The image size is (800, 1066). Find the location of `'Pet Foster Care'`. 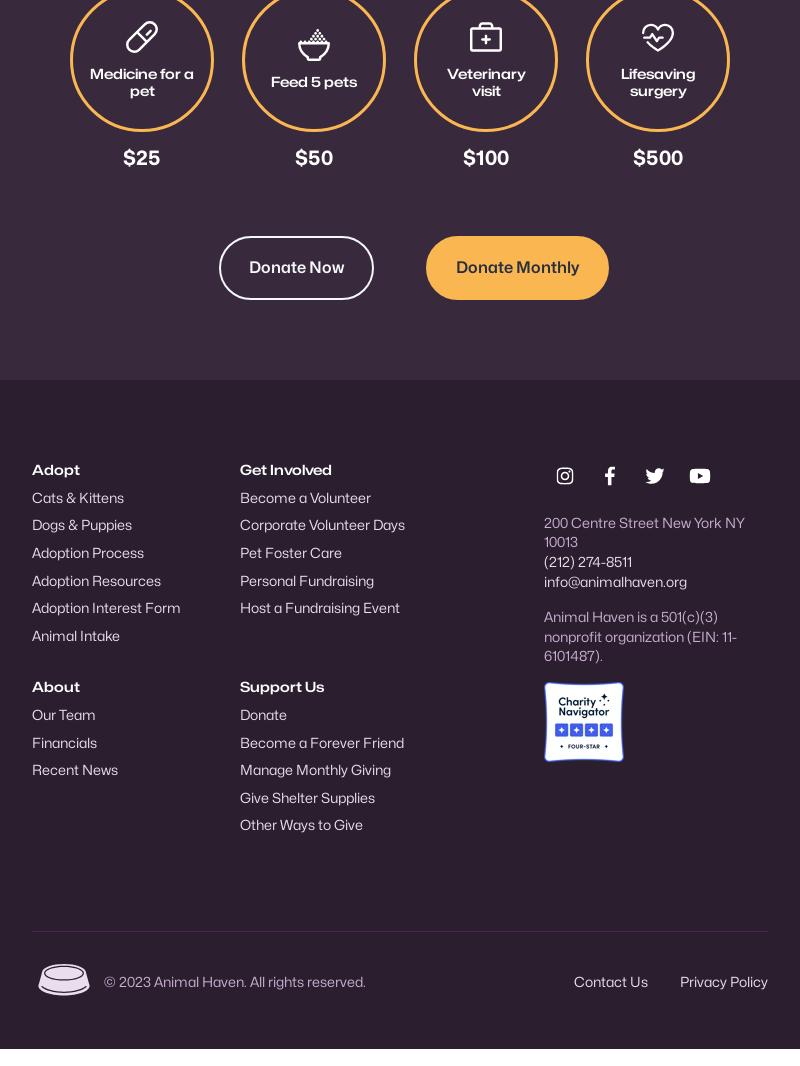

'Pet Foster Care' is located at coordinates (291, 550).